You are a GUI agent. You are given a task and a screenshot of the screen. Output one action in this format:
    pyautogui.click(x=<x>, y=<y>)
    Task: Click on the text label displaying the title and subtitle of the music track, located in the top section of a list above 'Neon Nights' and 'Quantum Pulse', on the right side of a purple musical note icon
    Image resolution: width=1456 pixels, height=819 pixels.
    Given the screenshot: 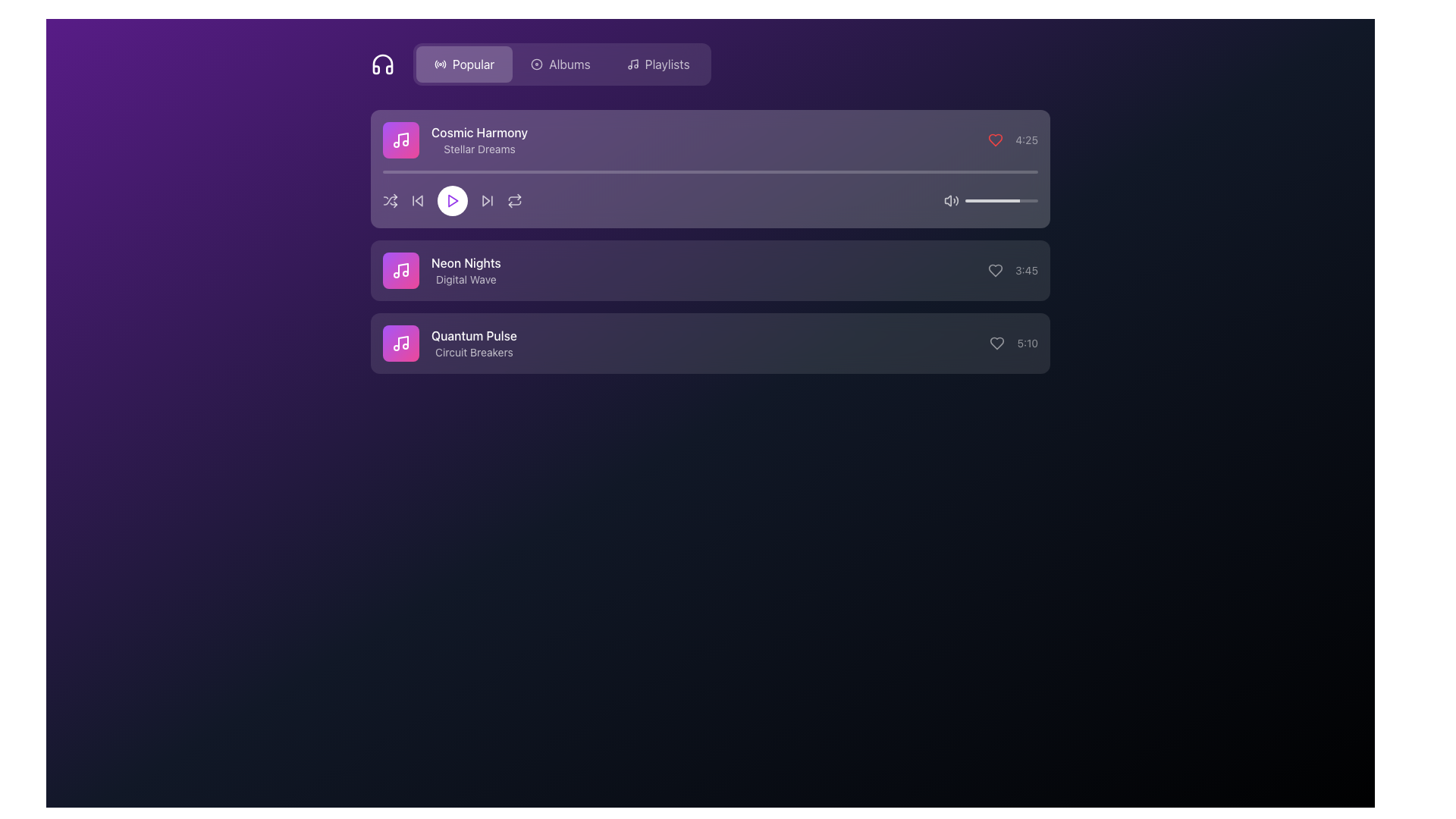 What is the action you would take?
    pyautogui.click(x=479, y=140)
    